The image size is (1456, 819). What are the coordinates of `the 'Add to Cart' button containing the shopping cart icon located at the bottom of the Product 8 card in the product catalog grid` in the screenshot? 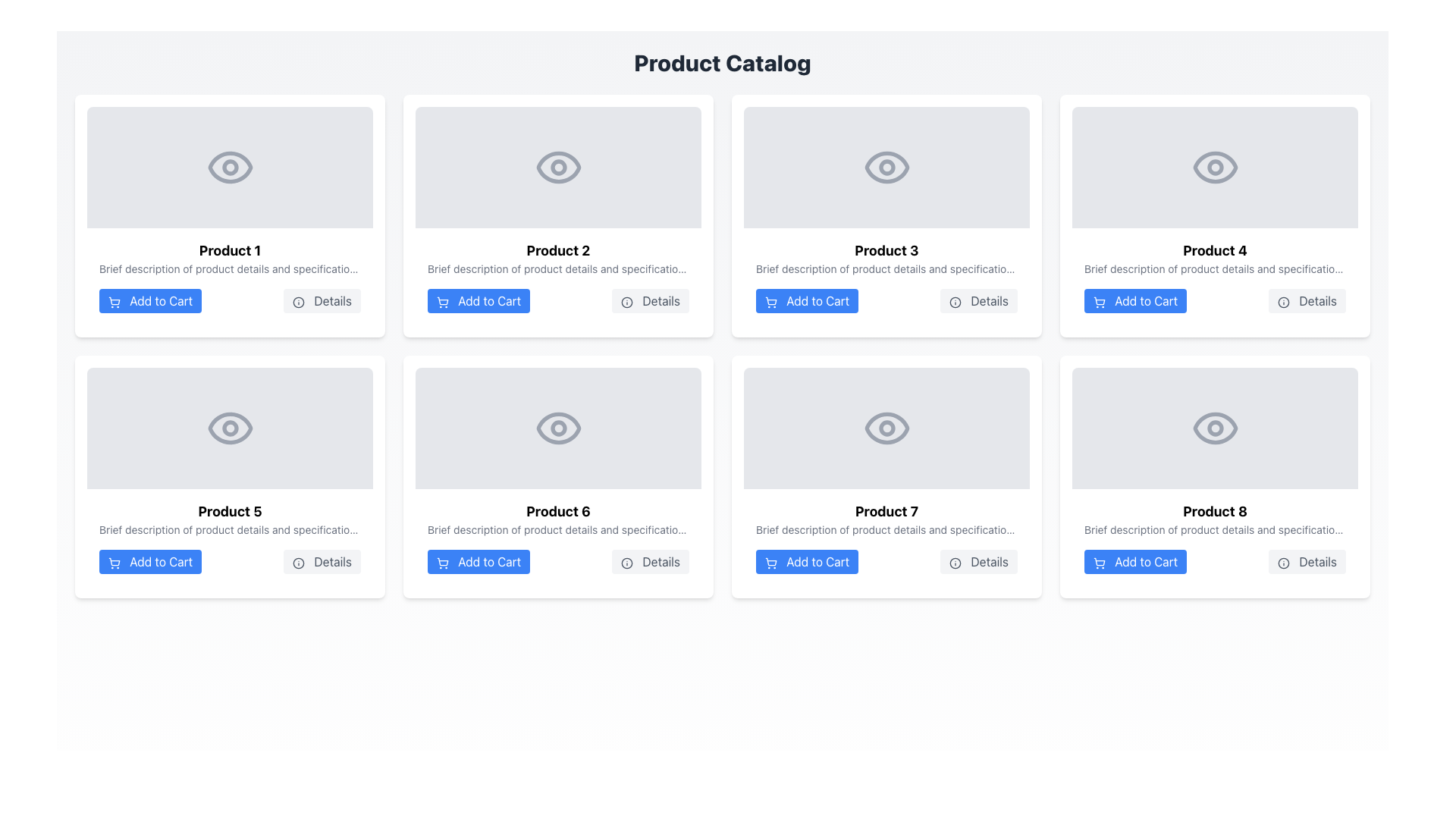 It's located at (1099, 562).